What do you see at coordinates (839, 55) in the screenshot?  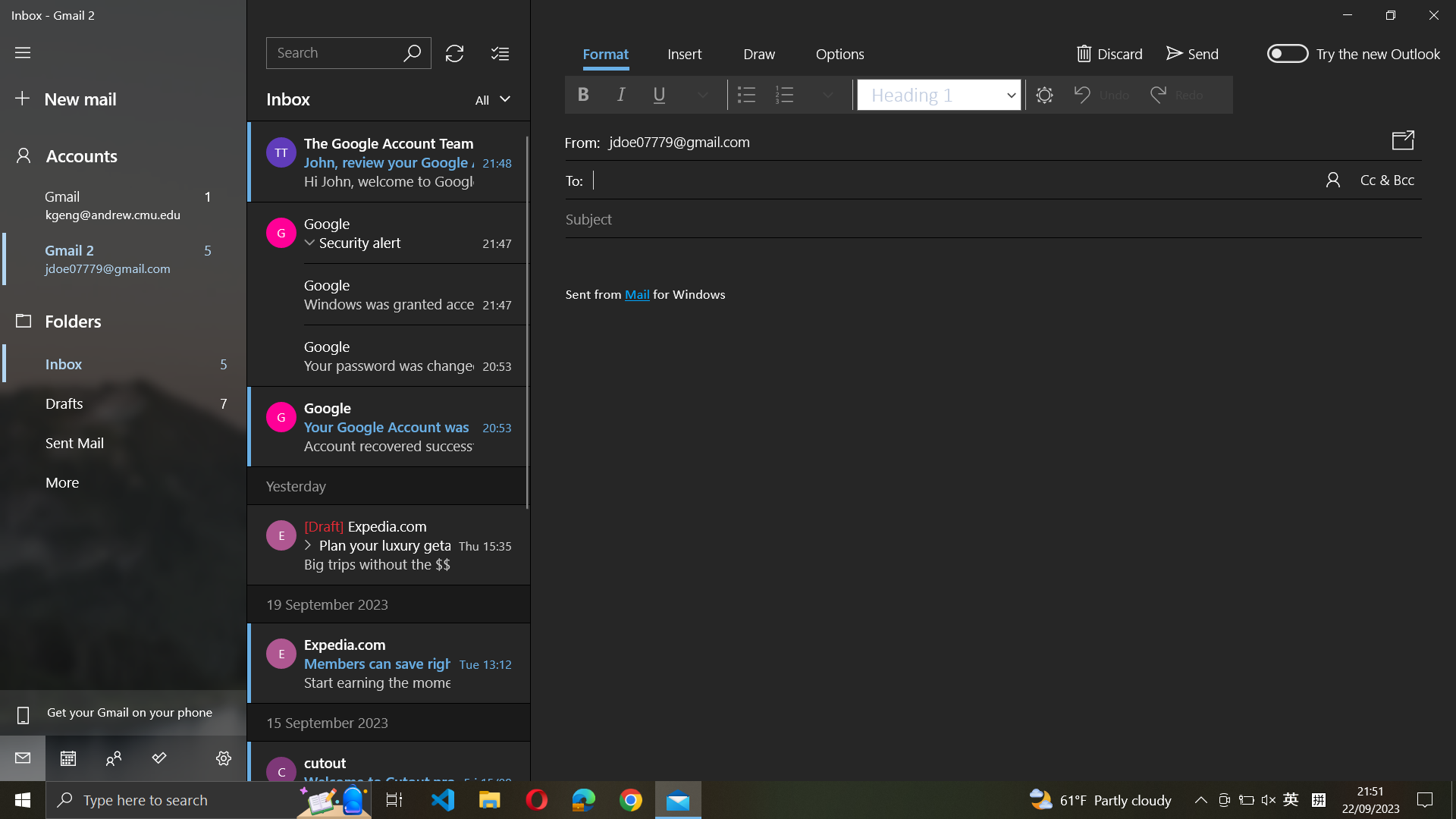 I see `Search options for "Mark as Spam` at bounding box center [839, 55].